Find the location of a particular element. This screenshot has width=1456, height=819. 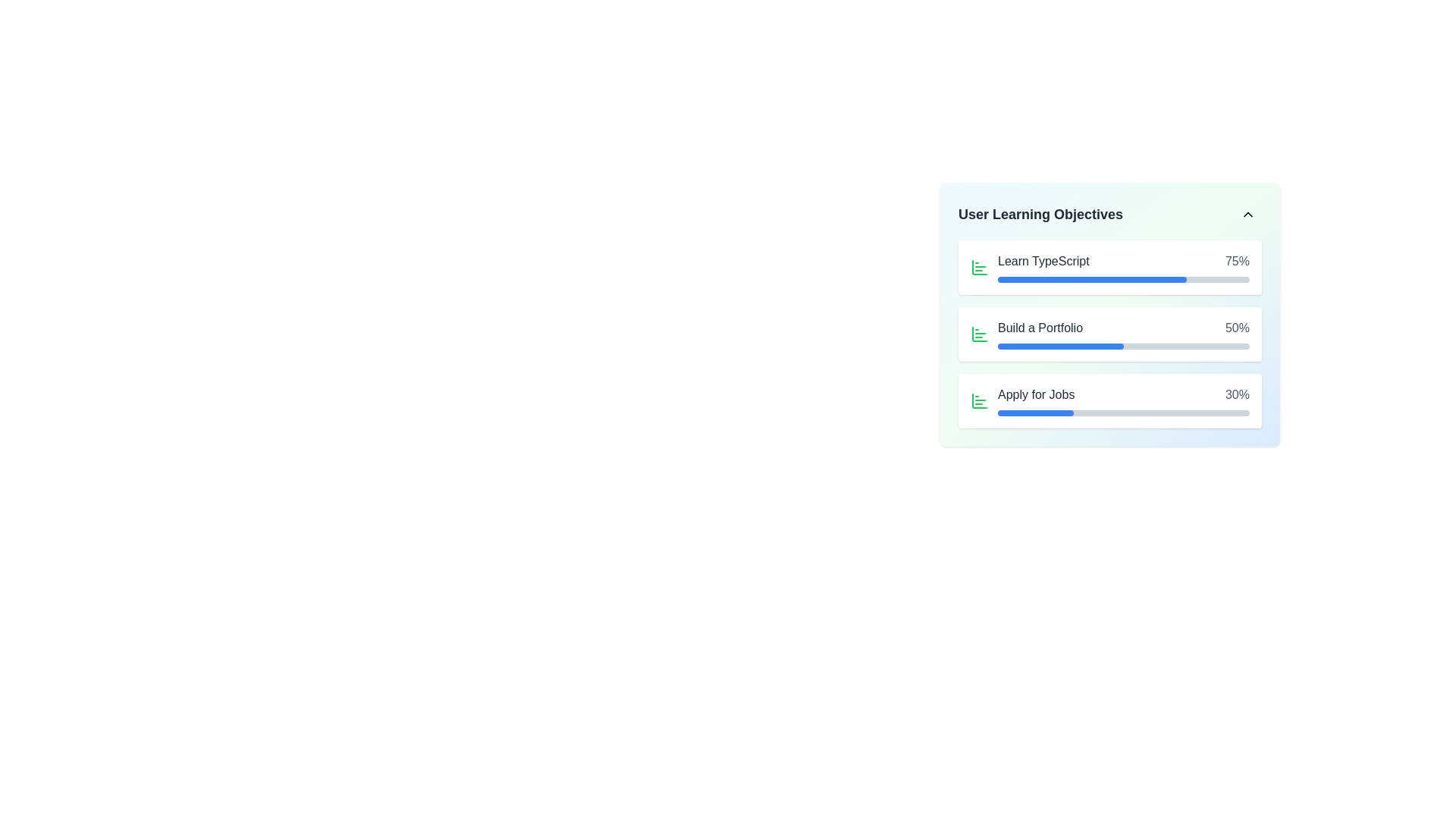

the text label element displaying 'Build a Portfolio' is located at coordinates (1040, 327).